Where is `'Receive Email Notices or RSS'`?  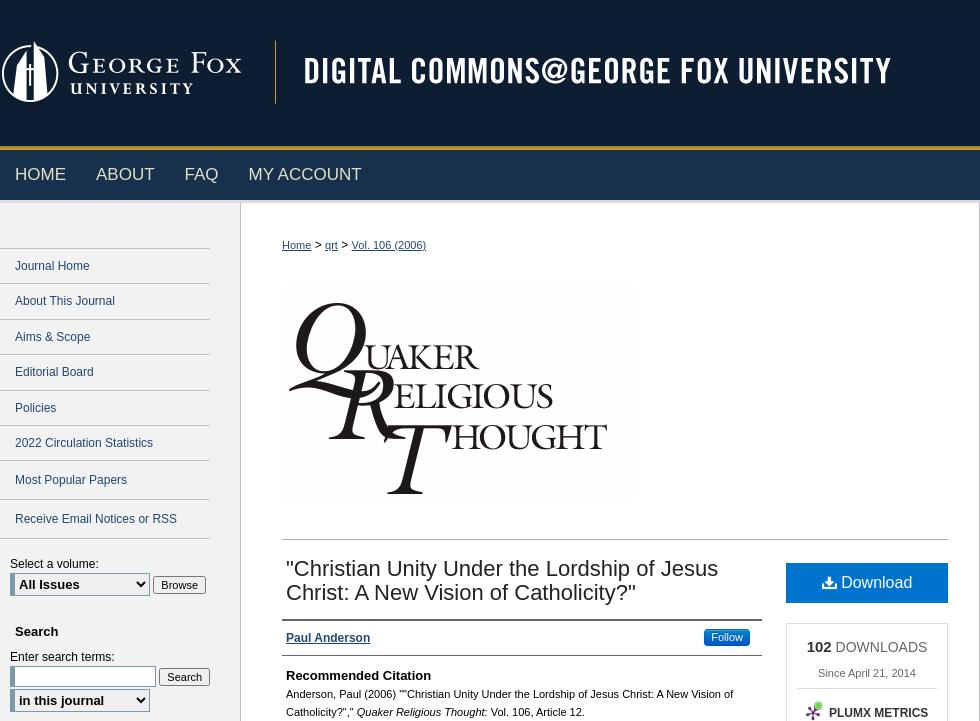
'Receive Email Notices or RSS' is located at coordinates (96, 518).